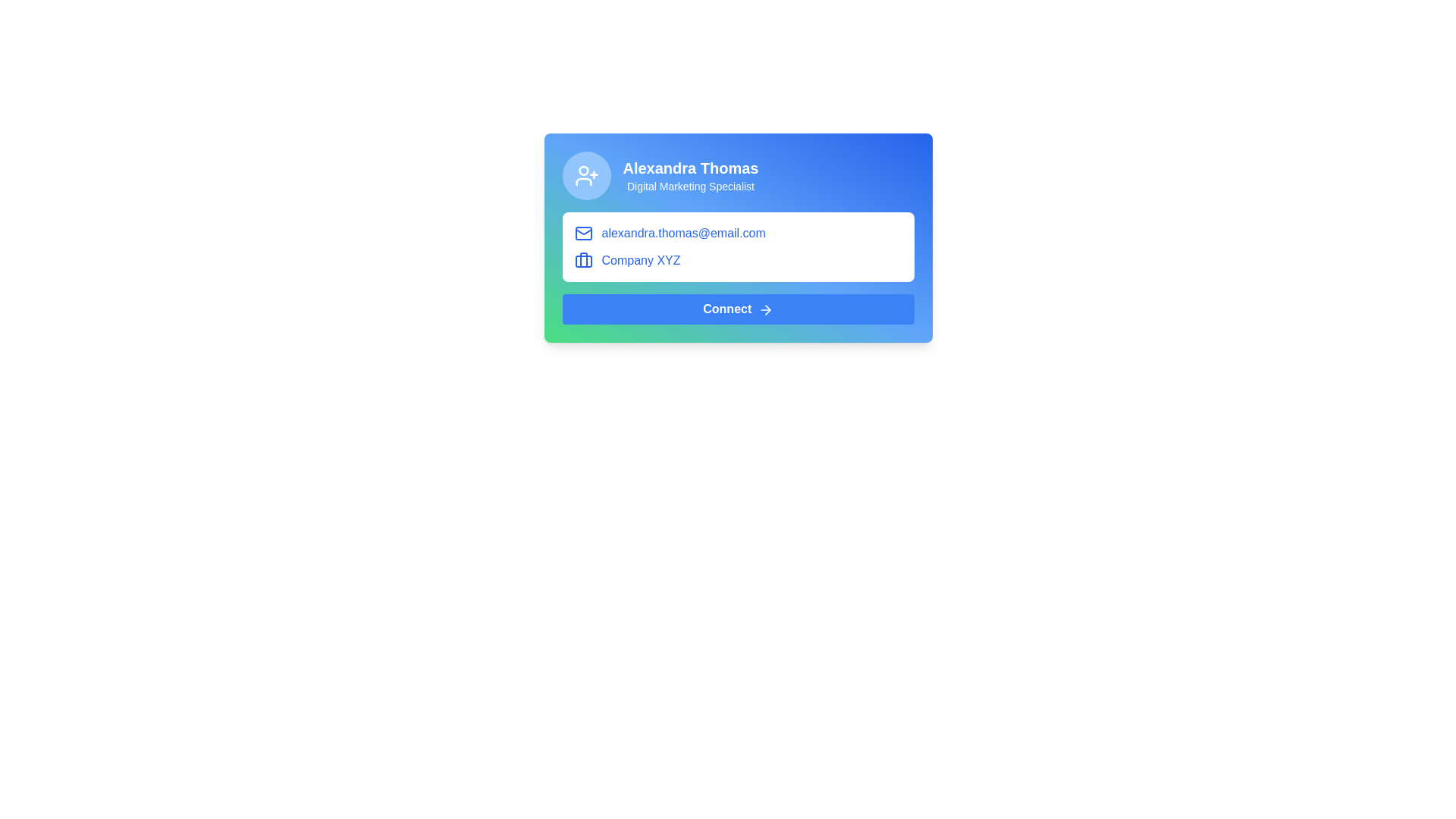  Describe the element at coordinates (582, 259) in the screenshot. I see `the briefcase icon located to the left of the text 'Company XYZ' in the card UI` at that location.